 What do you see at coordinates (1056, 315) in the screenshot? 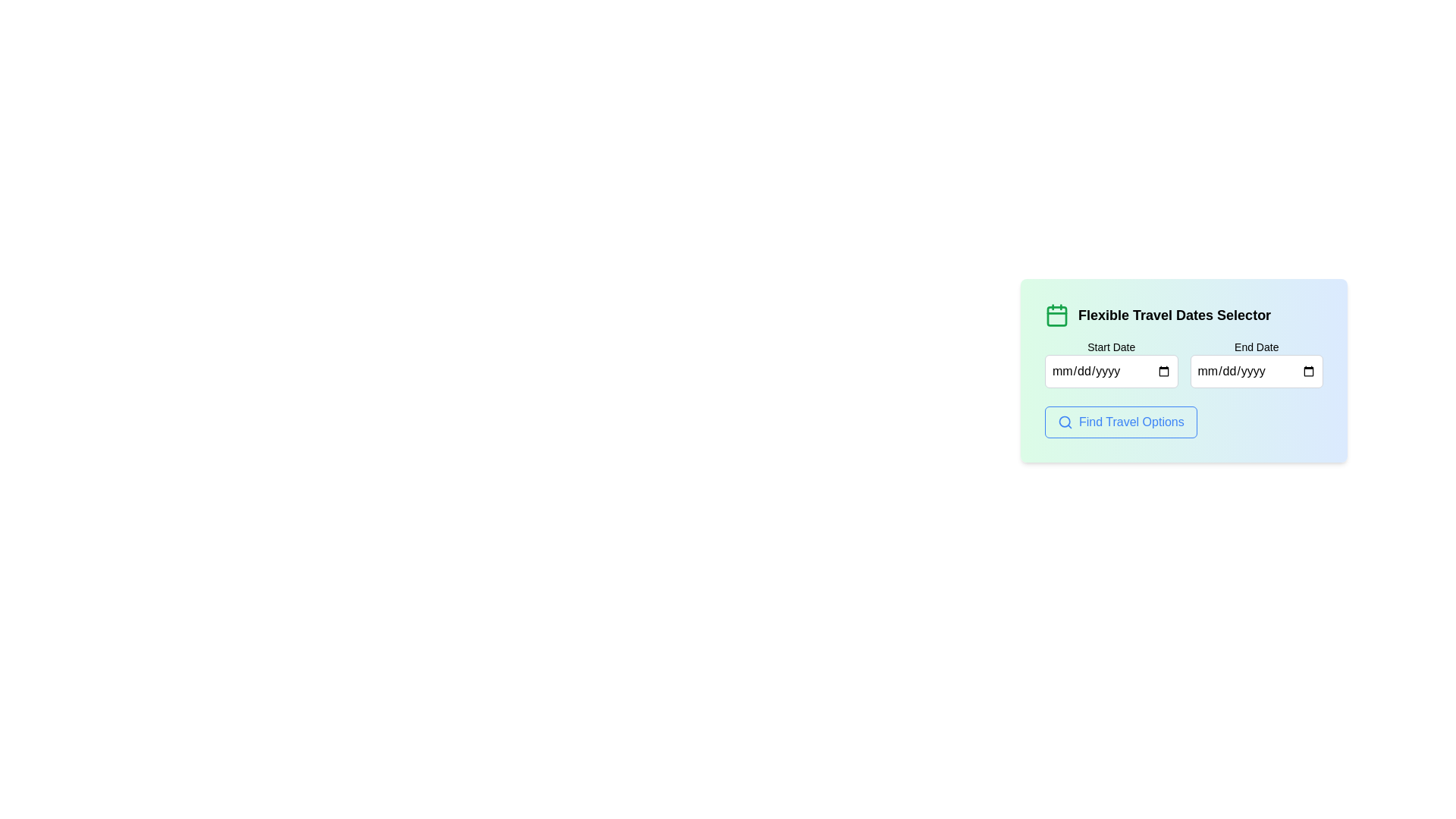
I see `the decorative SVG element within the calendar icon located in the header of the 'Flexible Travel Dates Selector' section` at bounding box center [1056, 315].